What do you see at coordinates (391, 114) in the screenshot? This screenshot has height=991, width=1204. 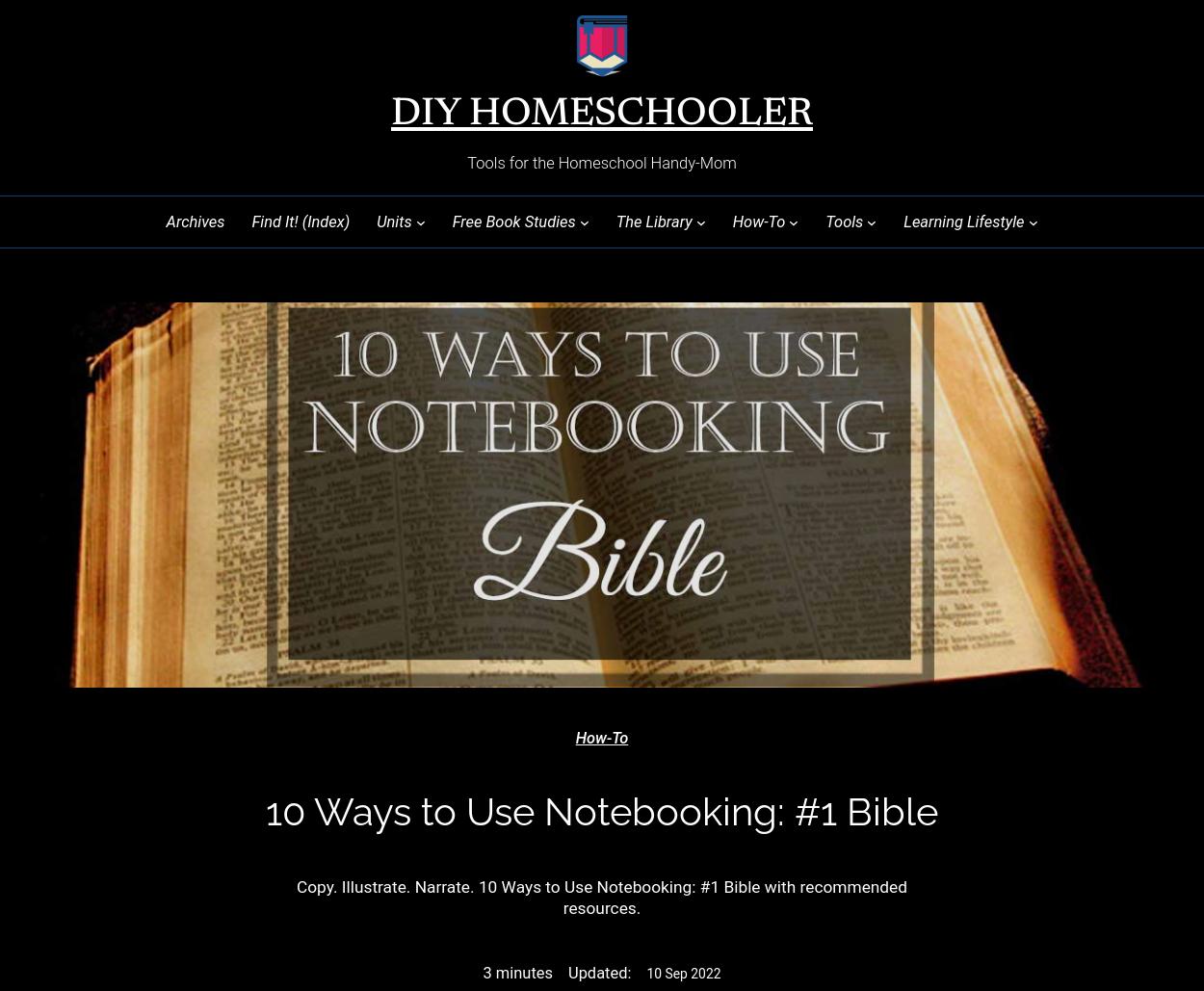 I see `'DIY Homeschooler'` at bounding box center [391, 114].